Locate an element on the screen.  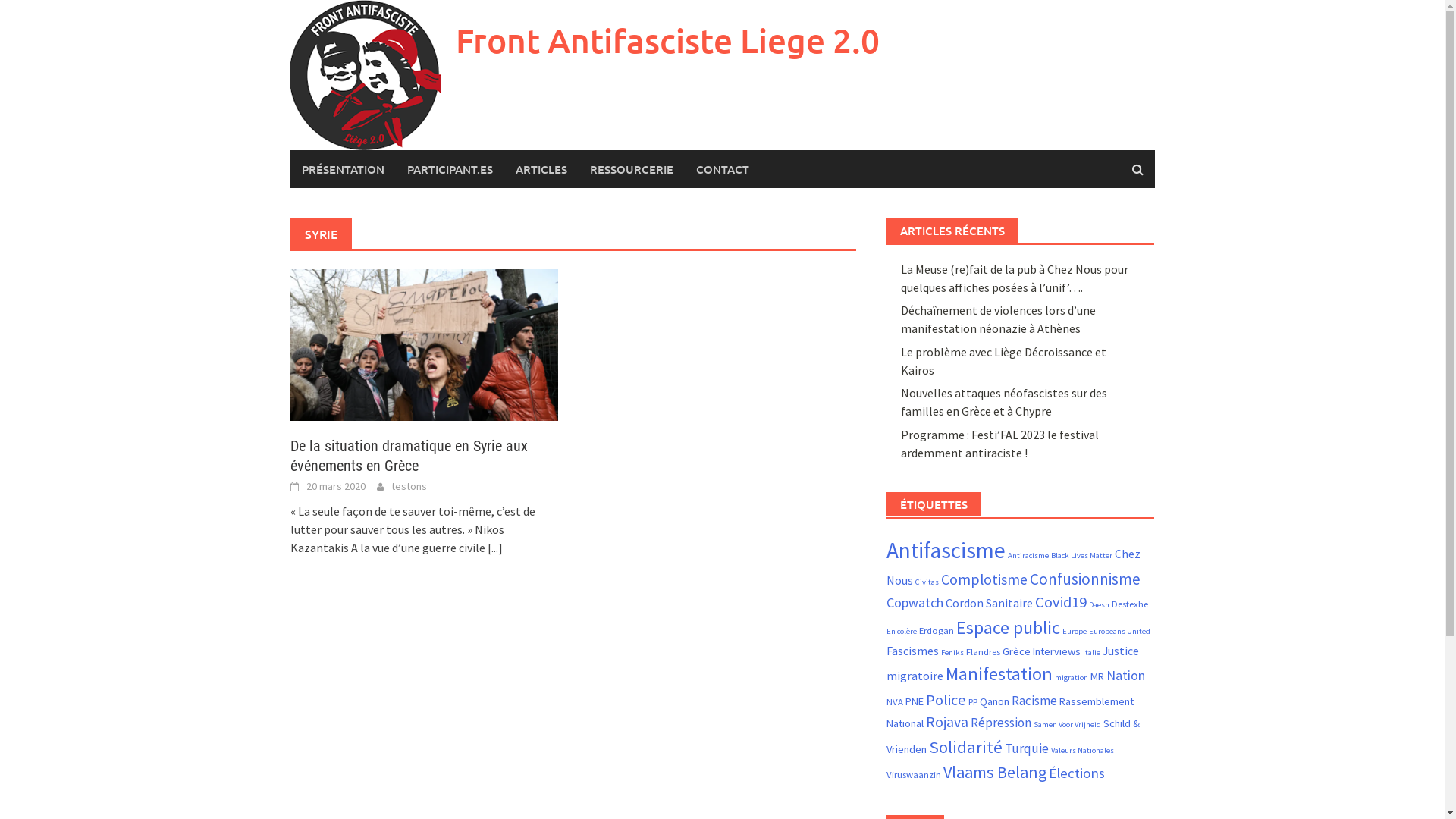
'Interviews' is located at coordinates (1032, 651).